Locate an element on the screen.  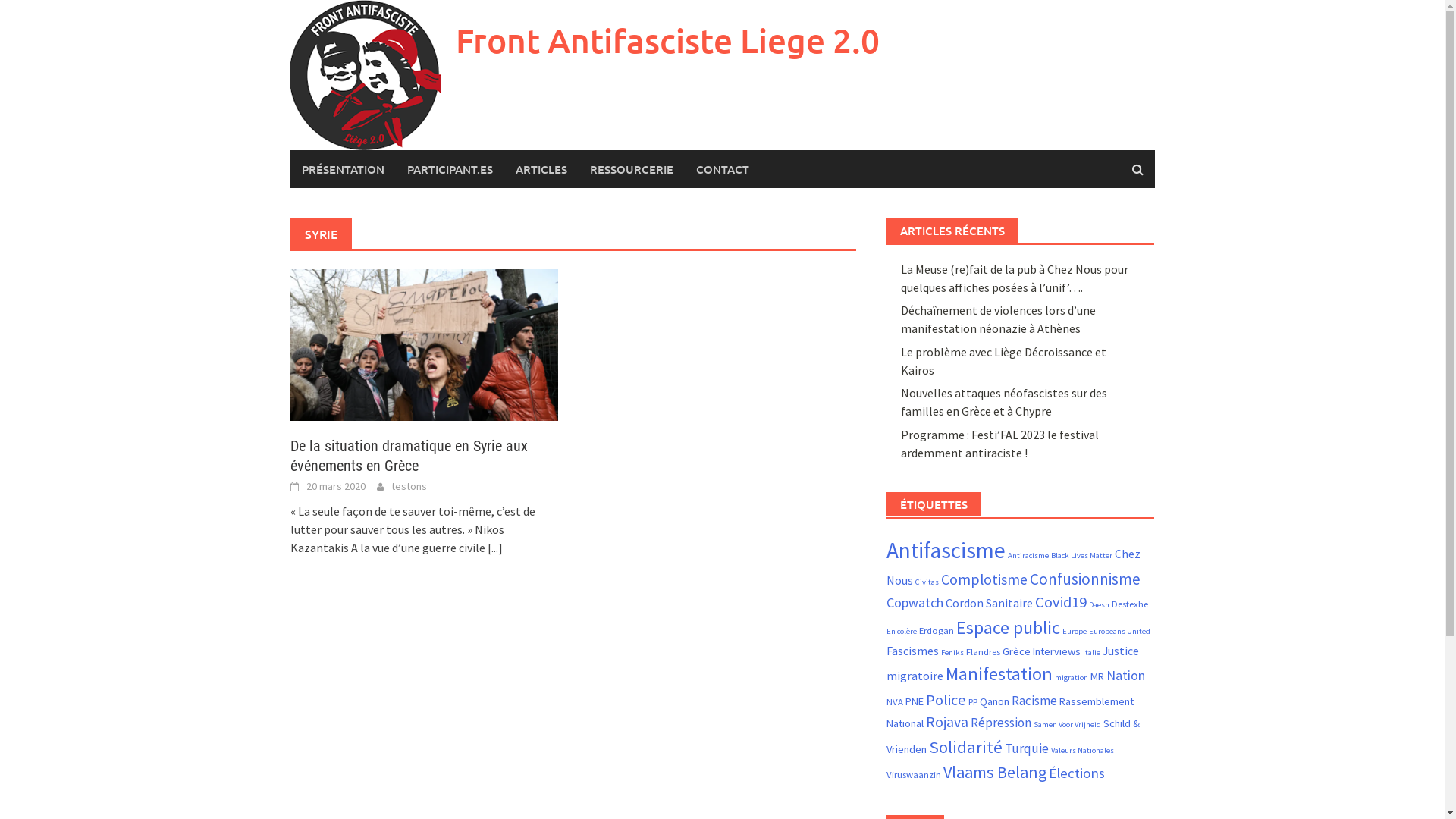
'Interviews' is located at coordinates (1032, 651).